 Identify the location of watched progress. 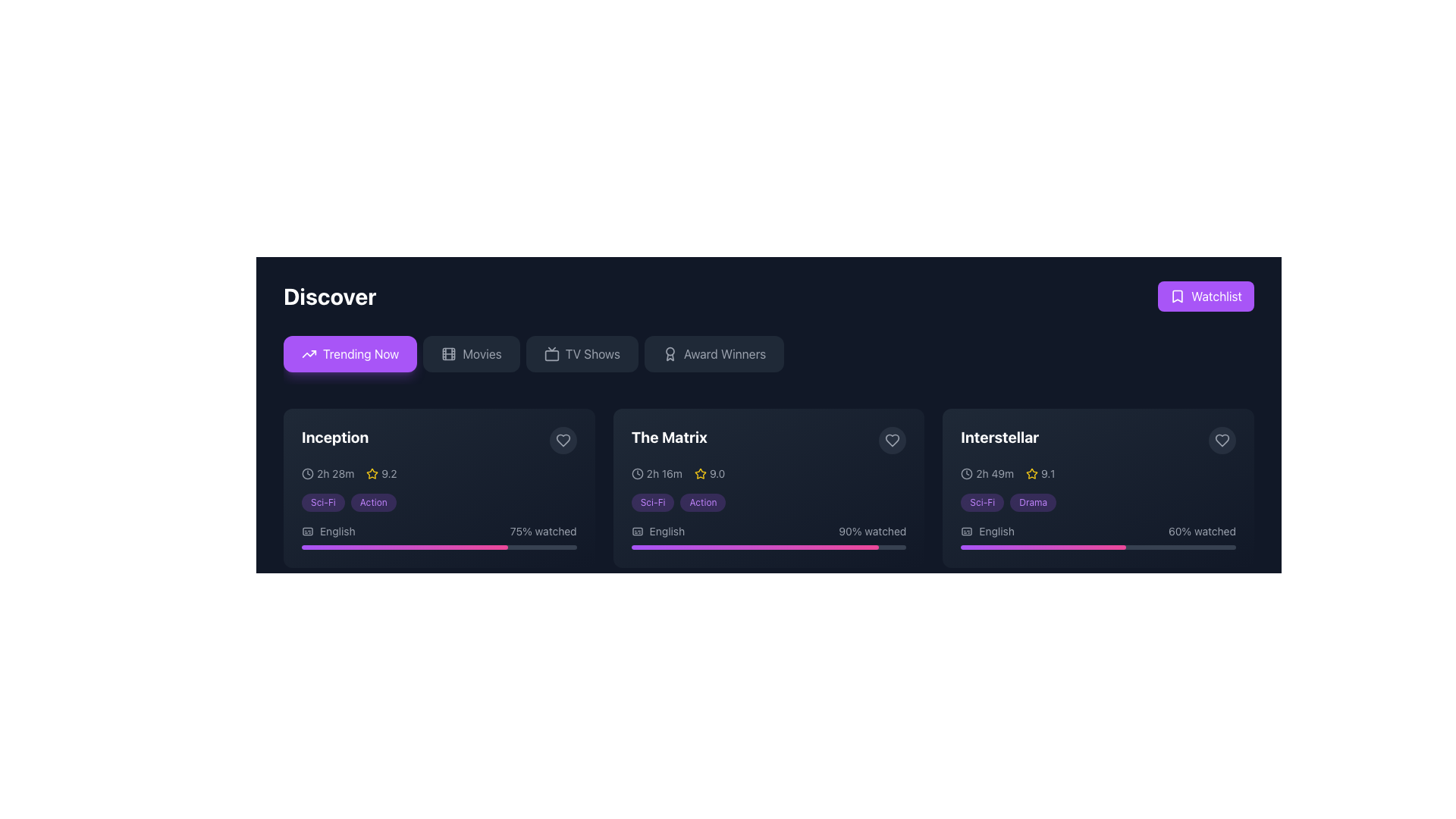
(1017, 547).